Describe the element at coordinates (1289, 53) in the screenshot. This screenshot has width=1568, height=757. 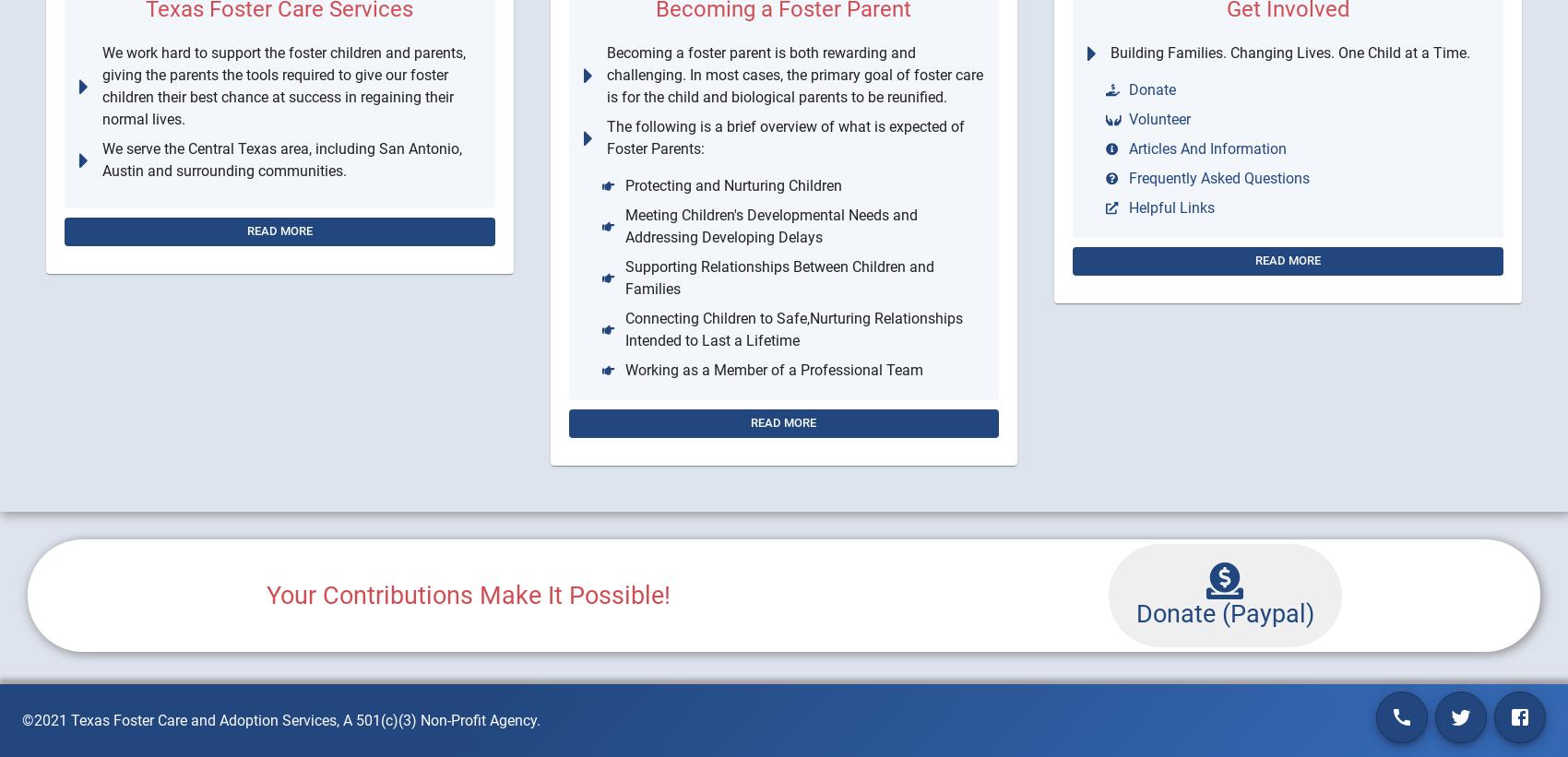
I see `'Building Families. Changing Lives. One Child at a Time.'` at that location.